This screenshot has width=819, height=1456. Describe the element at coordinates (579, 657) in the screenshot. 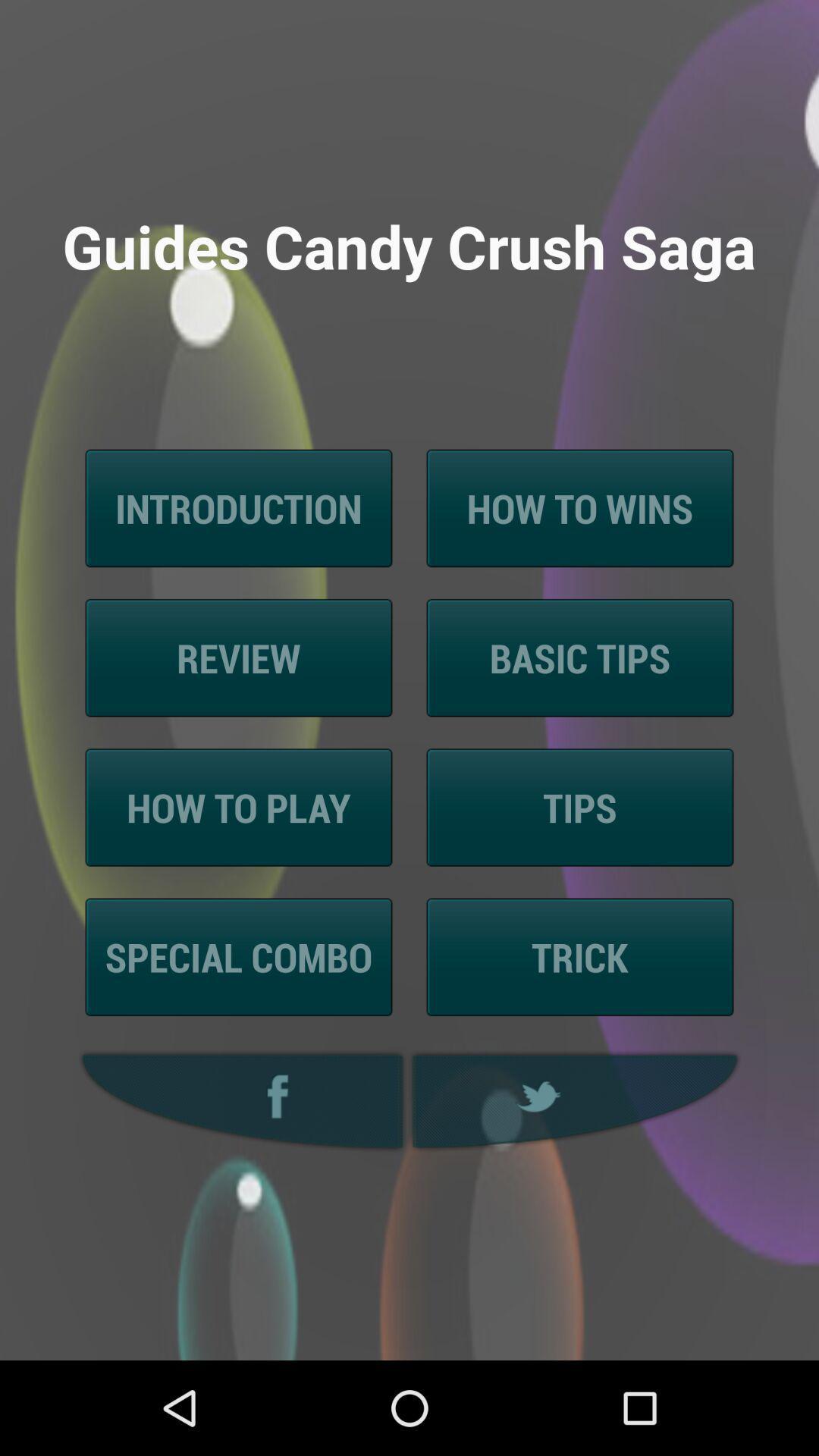

I see `icon next to the review icon` at that location.